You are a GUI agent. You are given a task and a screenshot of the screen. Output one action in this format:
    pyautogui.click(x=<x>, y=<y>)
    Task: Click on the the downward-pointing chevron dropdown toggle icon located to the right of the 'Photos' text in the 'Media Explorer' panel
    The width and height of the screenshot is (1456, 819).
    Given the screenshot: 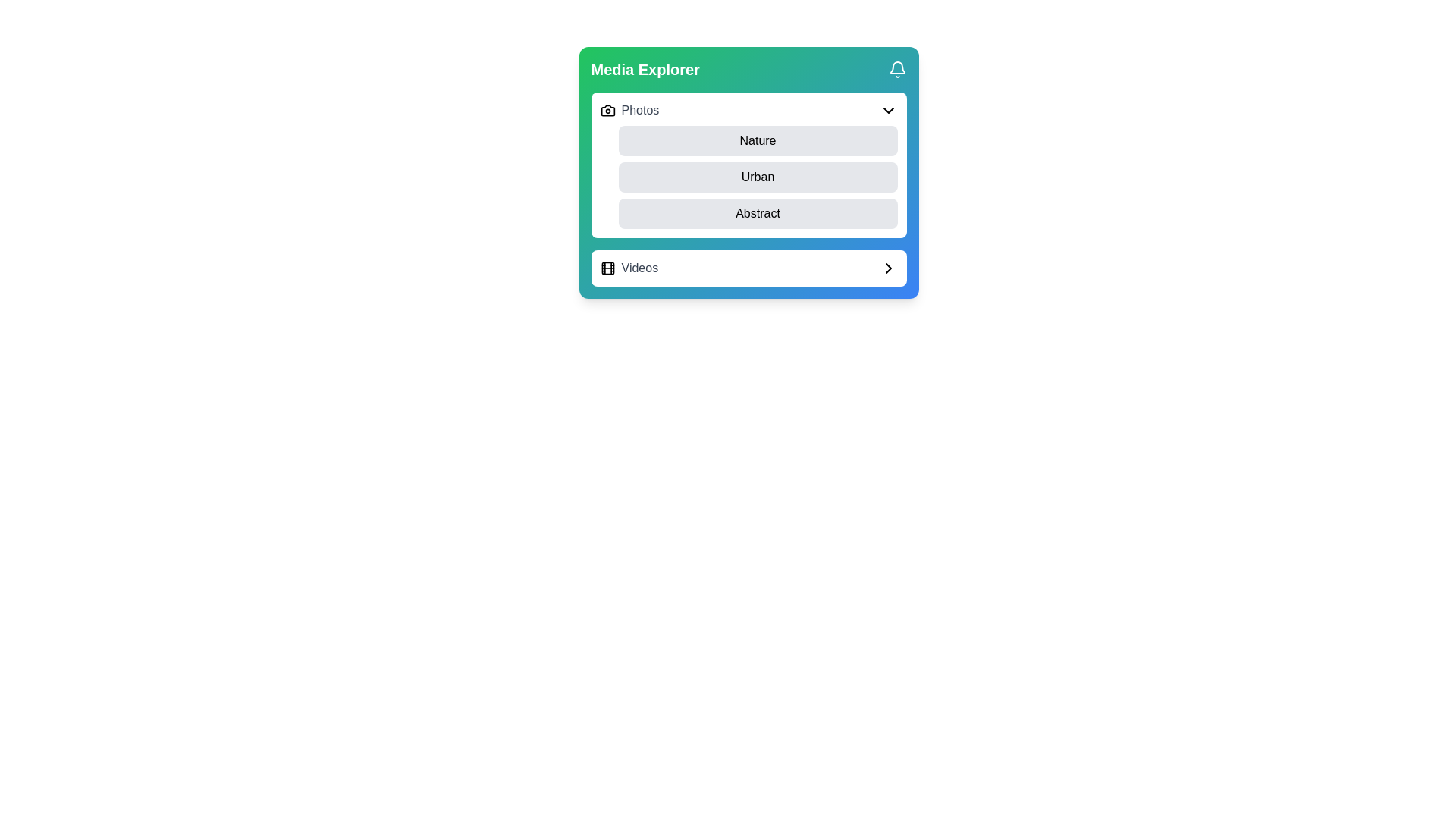 What is the action you would take?
    pyautogui.click(x=888, y=110)
    